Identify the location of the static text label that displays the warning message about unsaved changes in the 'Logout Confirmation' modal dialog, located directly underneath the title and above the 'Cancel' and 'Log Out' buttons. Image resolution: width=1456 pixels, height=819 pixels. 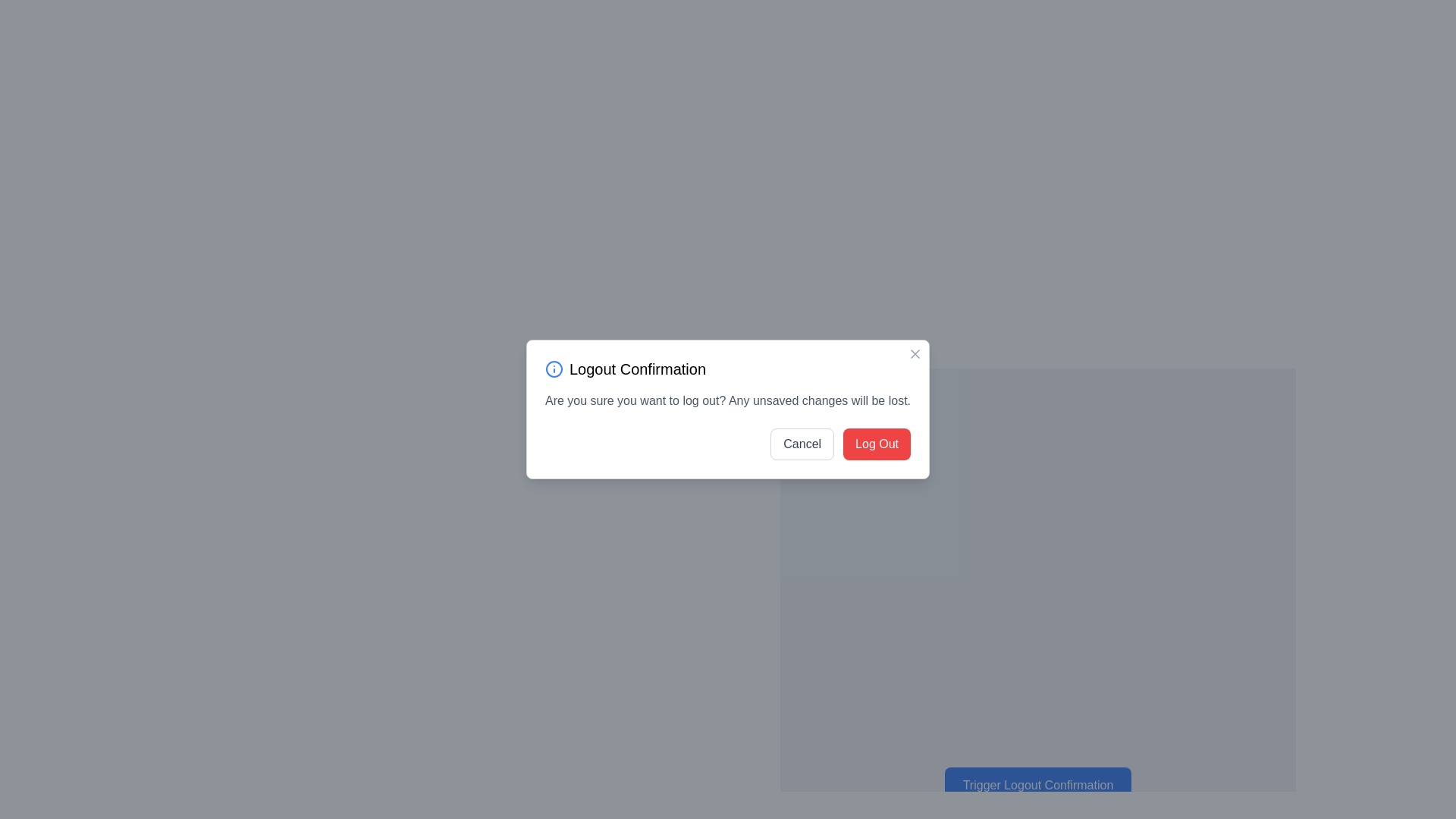
(728, 400).